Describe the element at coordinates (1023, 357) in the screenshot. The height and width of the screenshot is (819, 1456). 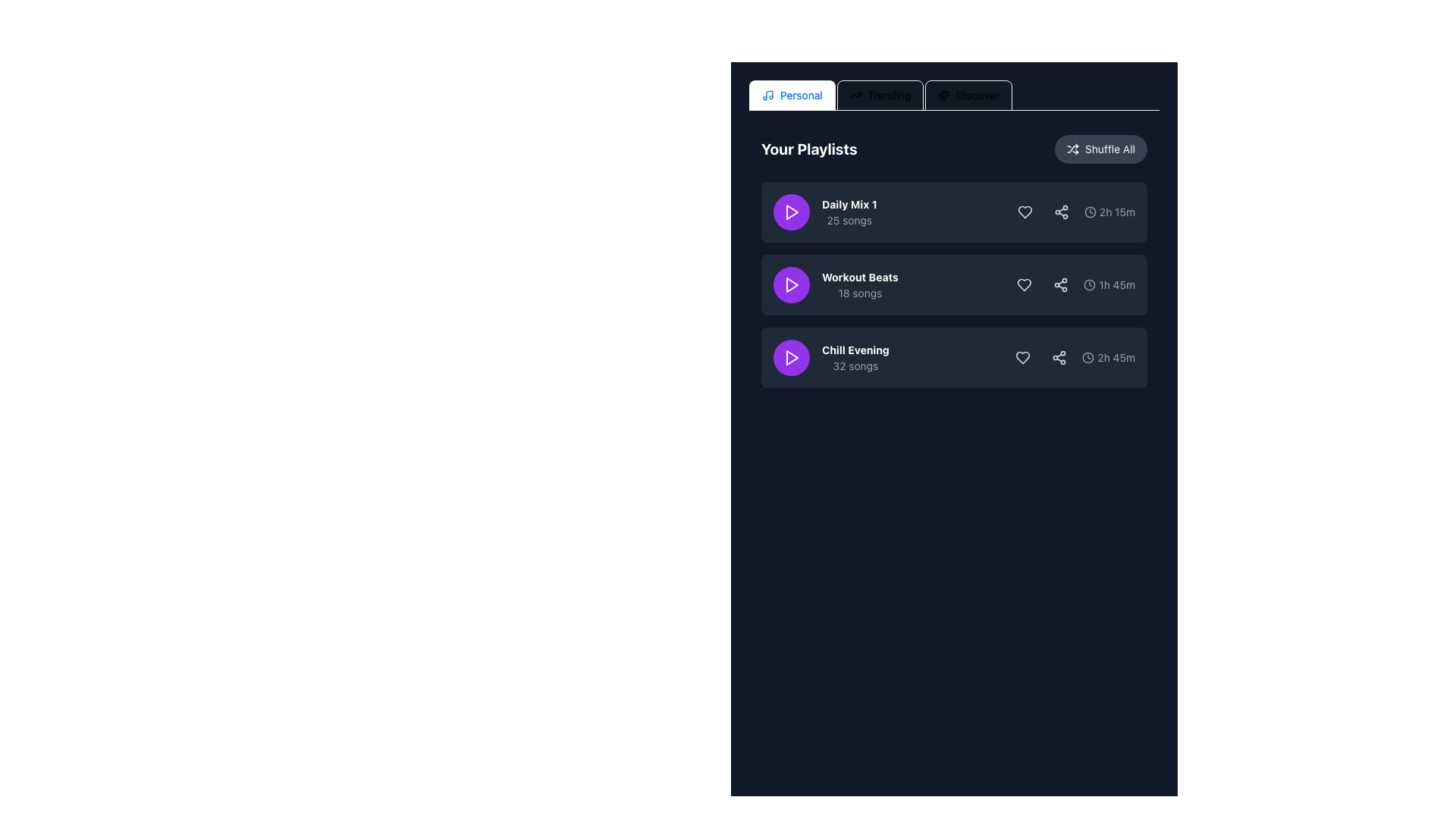
I see `the heart-shaped button icon located in the third row of the playlist entries, next to the title 'Chill Evening', to observe its hover effects` at that location.